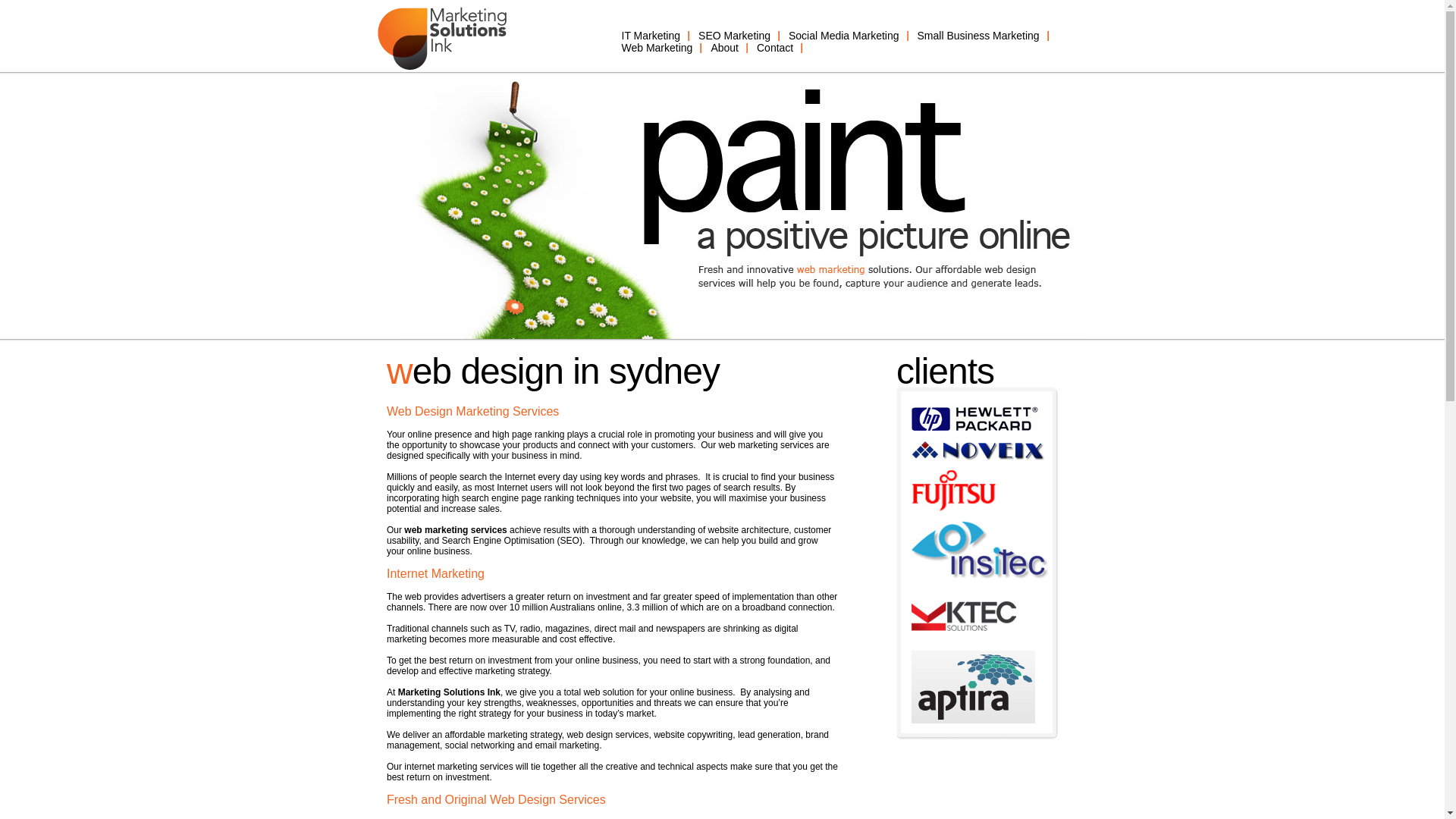 The height and width of the screenshot is (819, 1456). Describe the element at coordinates (723, 46) in the screenshot. I see `'About'` at that location.